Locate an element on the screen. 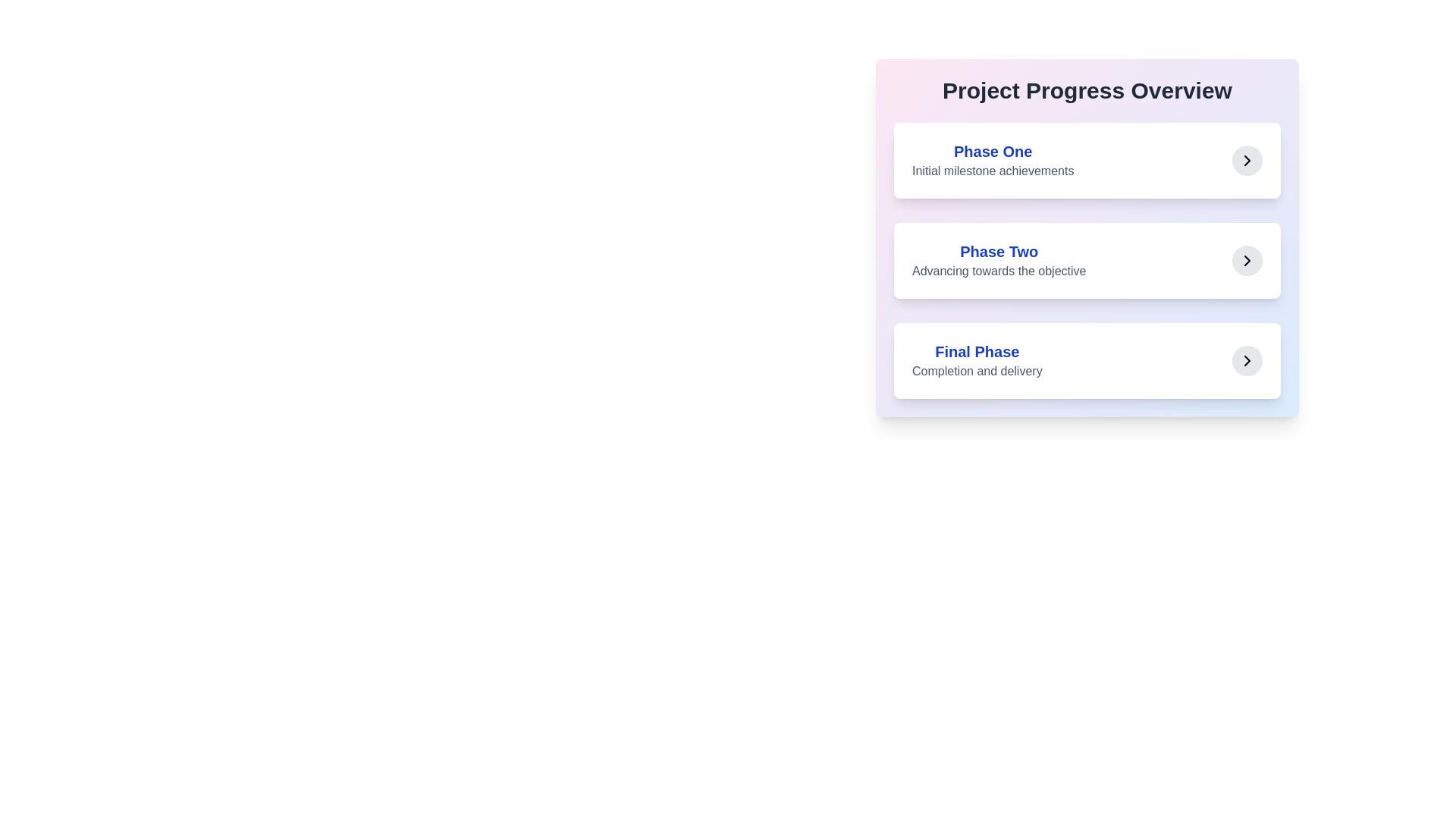  the header text for the first phase of the project located at the top of the first card in the Project Progress Overview section is located at coordinates (993, 152).